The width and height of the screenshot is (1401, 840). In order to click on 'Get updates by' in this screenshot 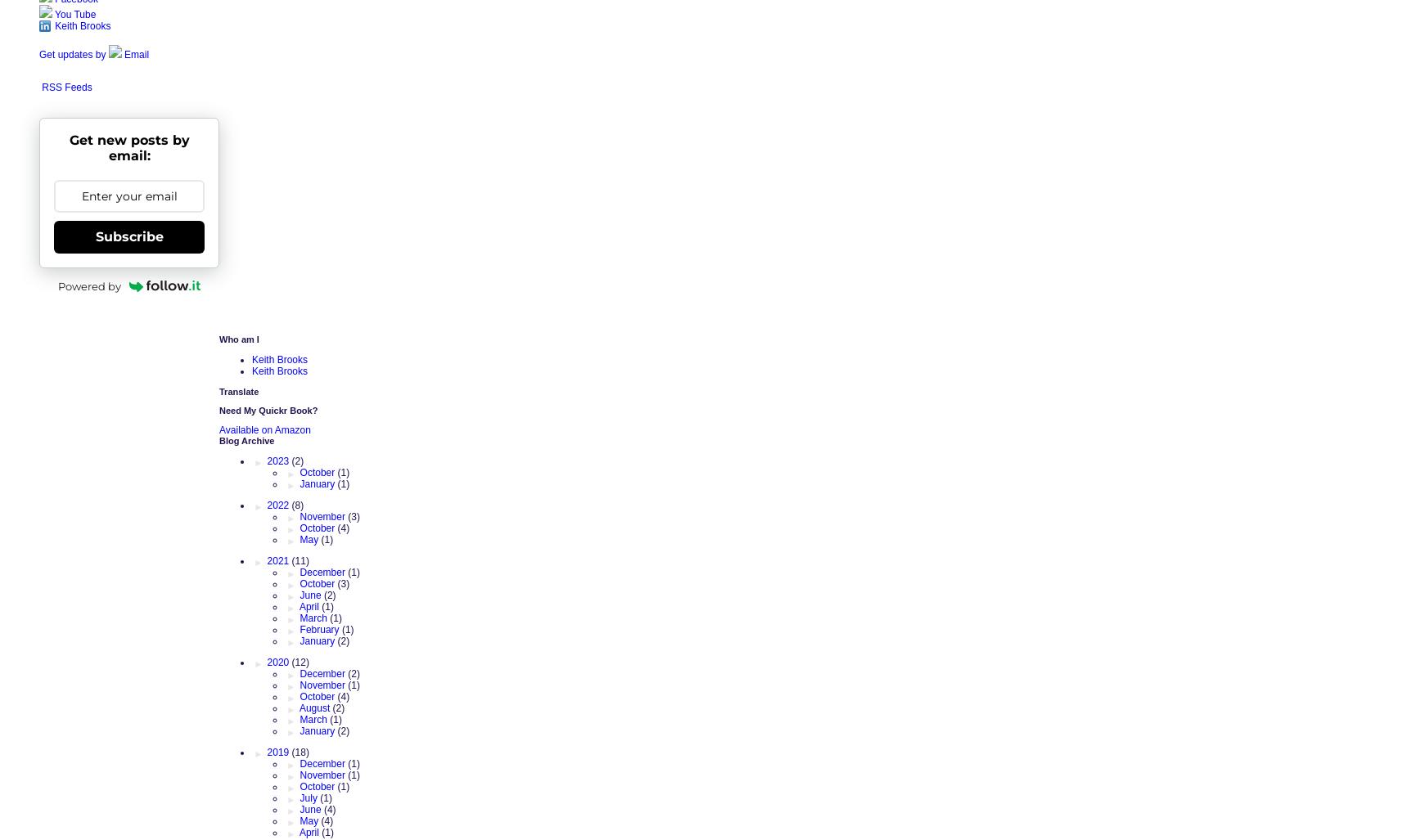, I will do `click(73, 53)`.